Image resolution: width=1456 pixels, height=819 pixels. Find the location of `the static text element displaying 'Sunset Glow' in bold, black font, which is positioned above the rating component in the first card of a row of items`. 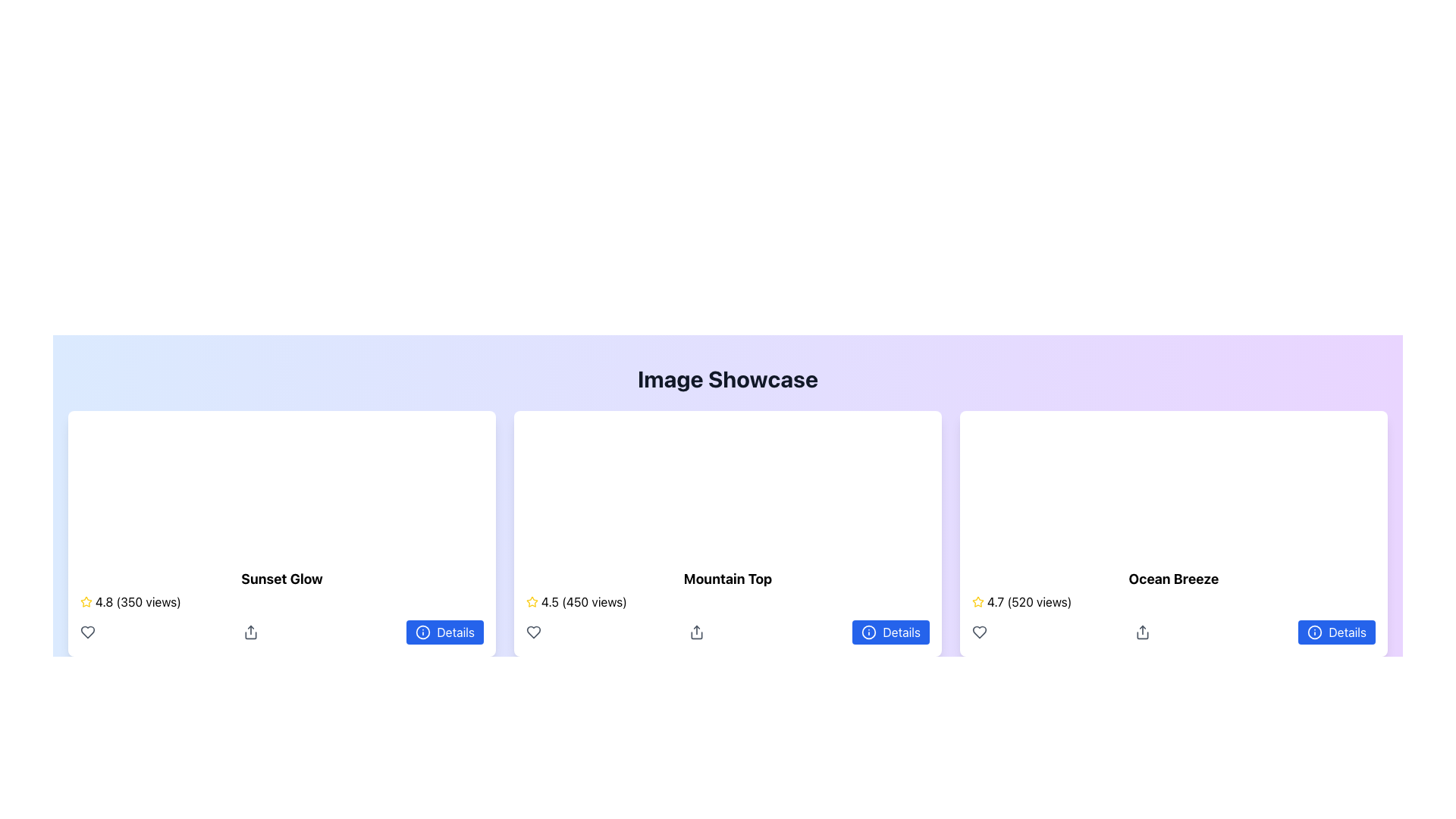

the static text element displaying 'Sunset Glow' in bold, black font, which is positioned above the rating component in the first card of a row of items is located at coordinates (282, 579).